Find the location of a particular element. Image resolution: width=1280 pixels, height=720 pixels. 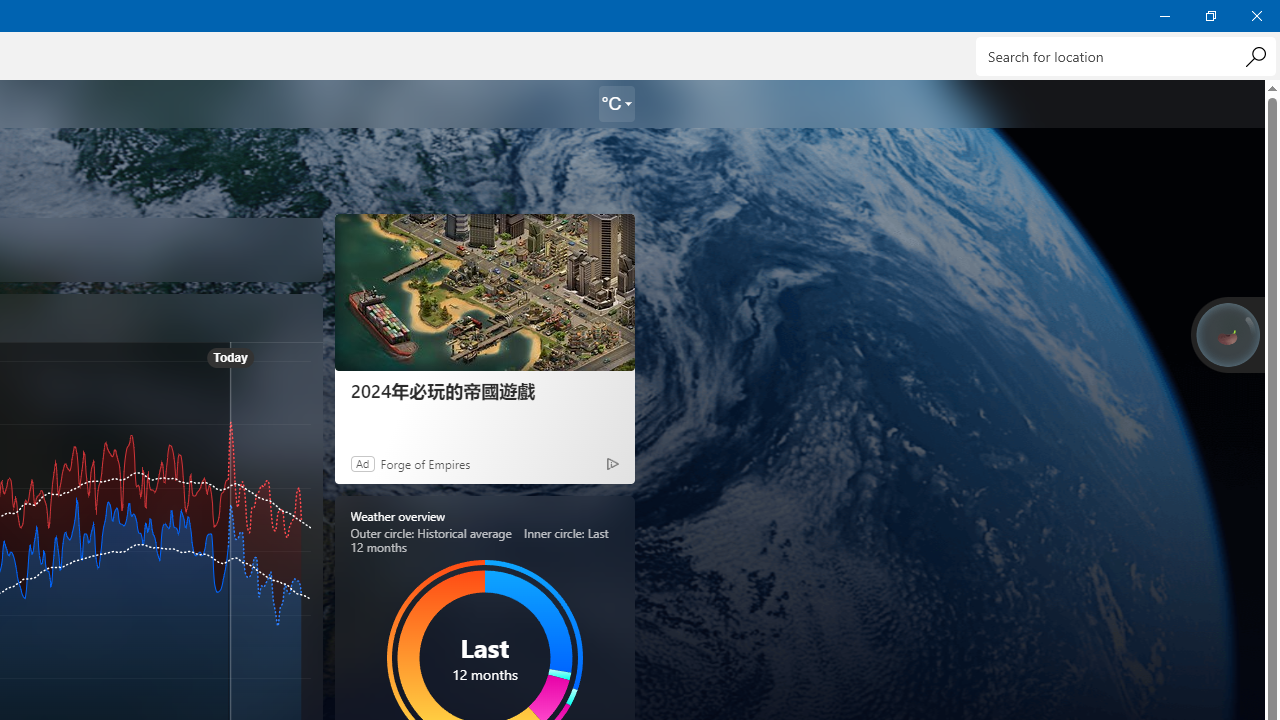

'Restore Weather' is located at coordinates (1209, 15).